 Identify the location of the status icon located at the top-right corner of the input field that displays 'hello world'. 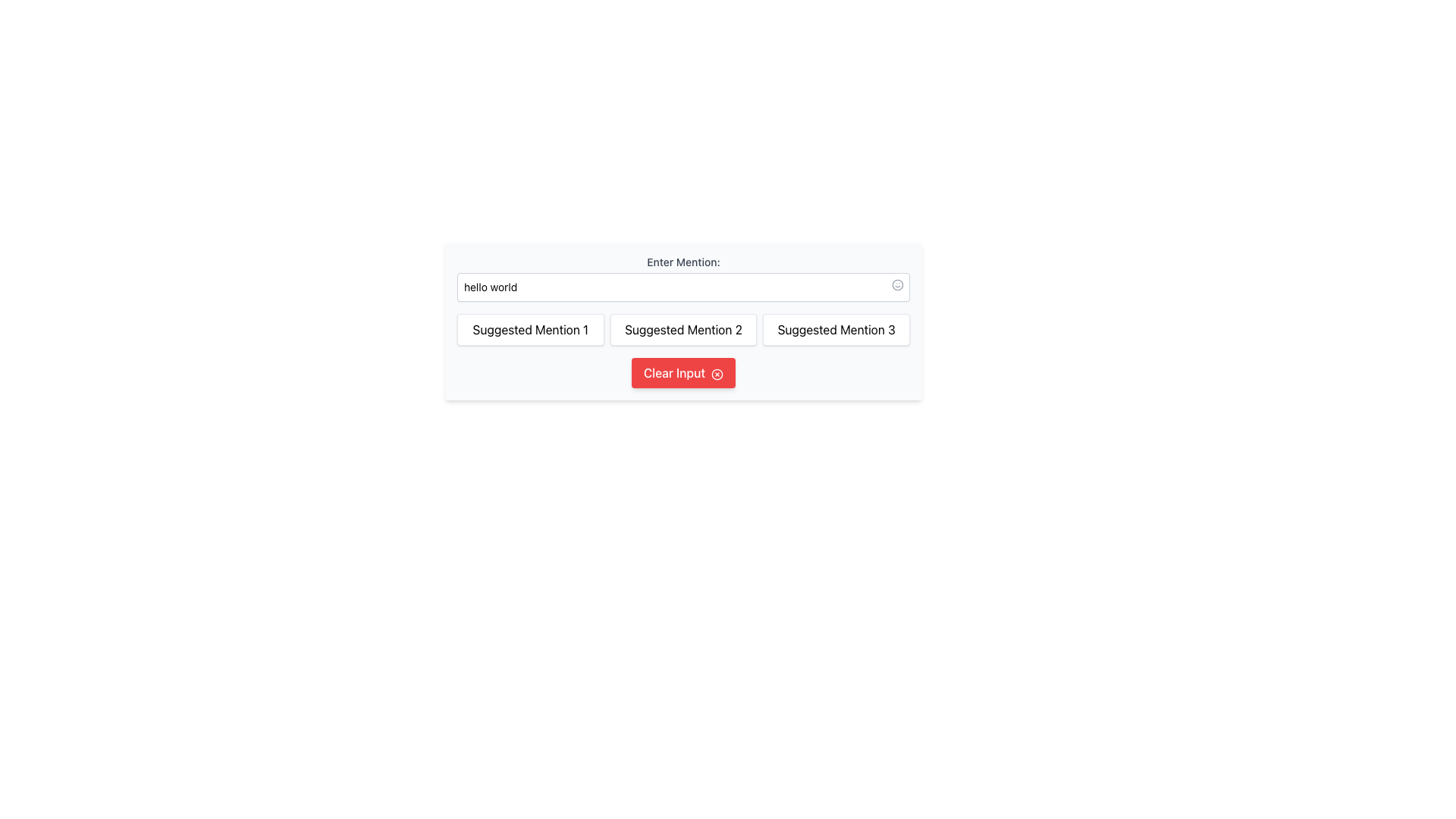
(898, 284).